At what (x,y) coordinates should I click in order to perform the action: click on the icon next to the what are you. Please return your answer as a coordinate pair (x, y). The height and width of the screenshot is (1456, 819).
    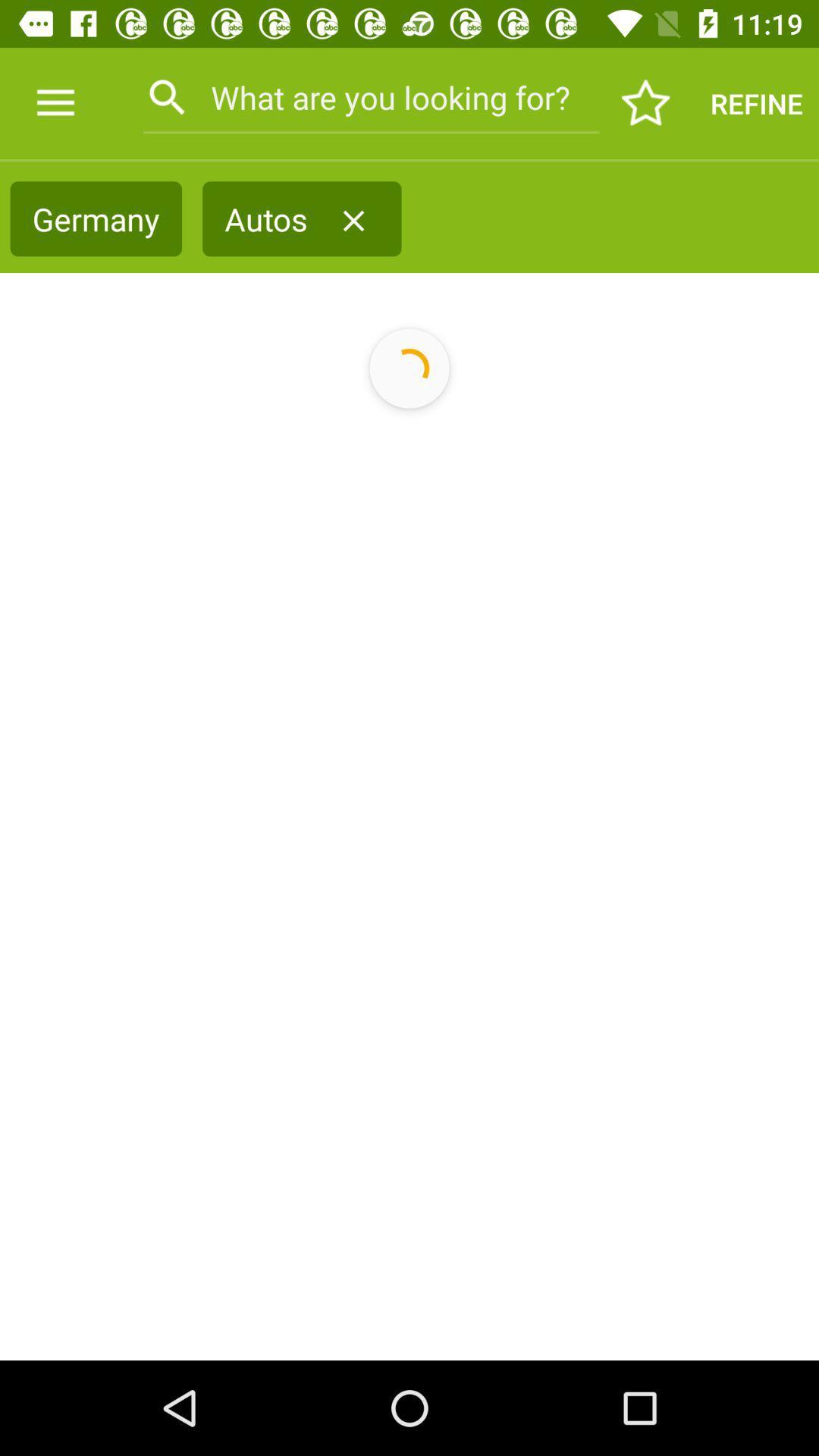
    Looking at the image, I should click on (646, 102).